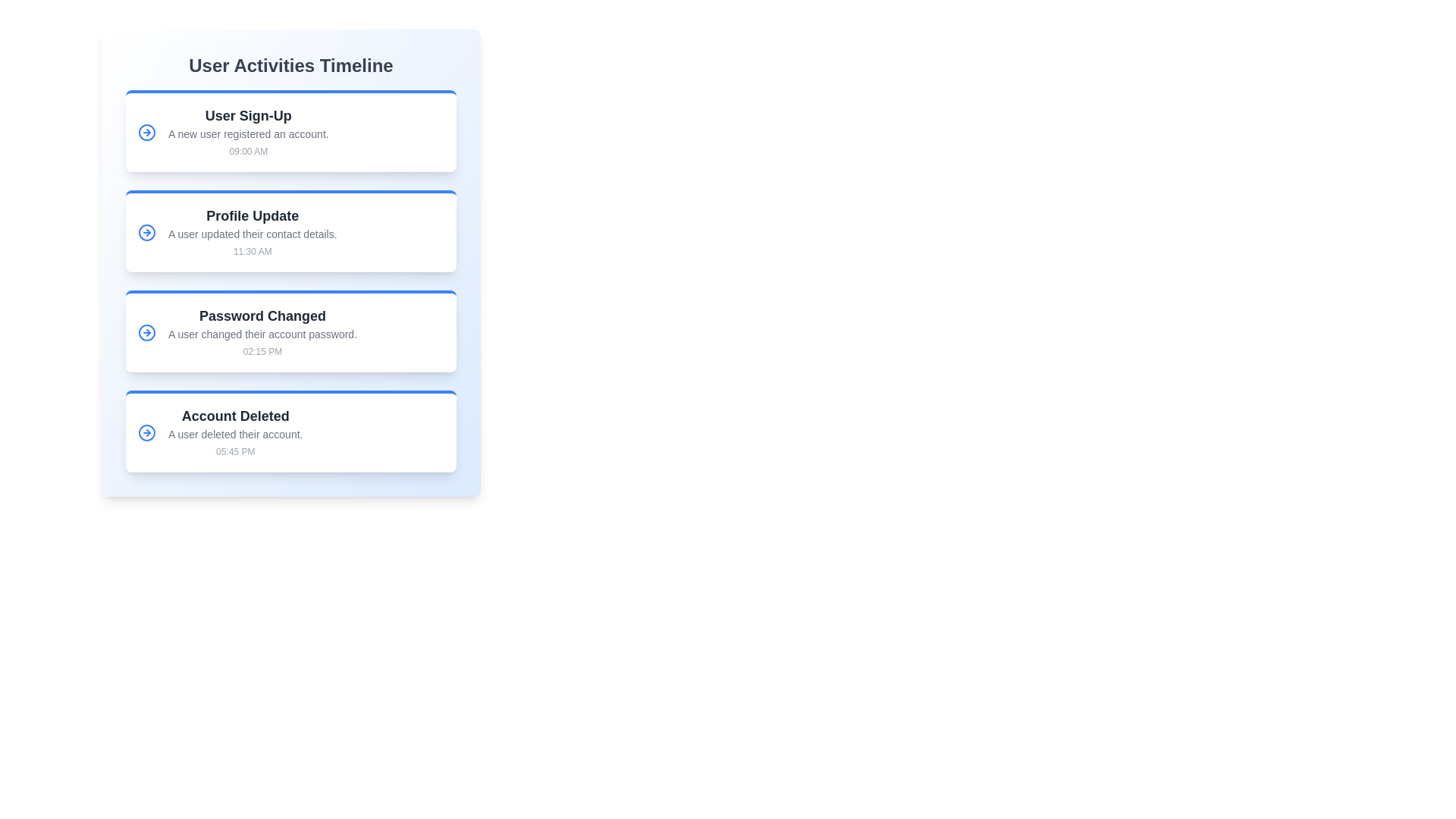 The height and width of the screenshot is (819, 1456). Describe the element at coordinates (262, 333) in the screenshot. I see `the text element displaying 'A user changed their account password.' which is styled with a small gray font and is located within the 'Password Changed' entry box` at that location.